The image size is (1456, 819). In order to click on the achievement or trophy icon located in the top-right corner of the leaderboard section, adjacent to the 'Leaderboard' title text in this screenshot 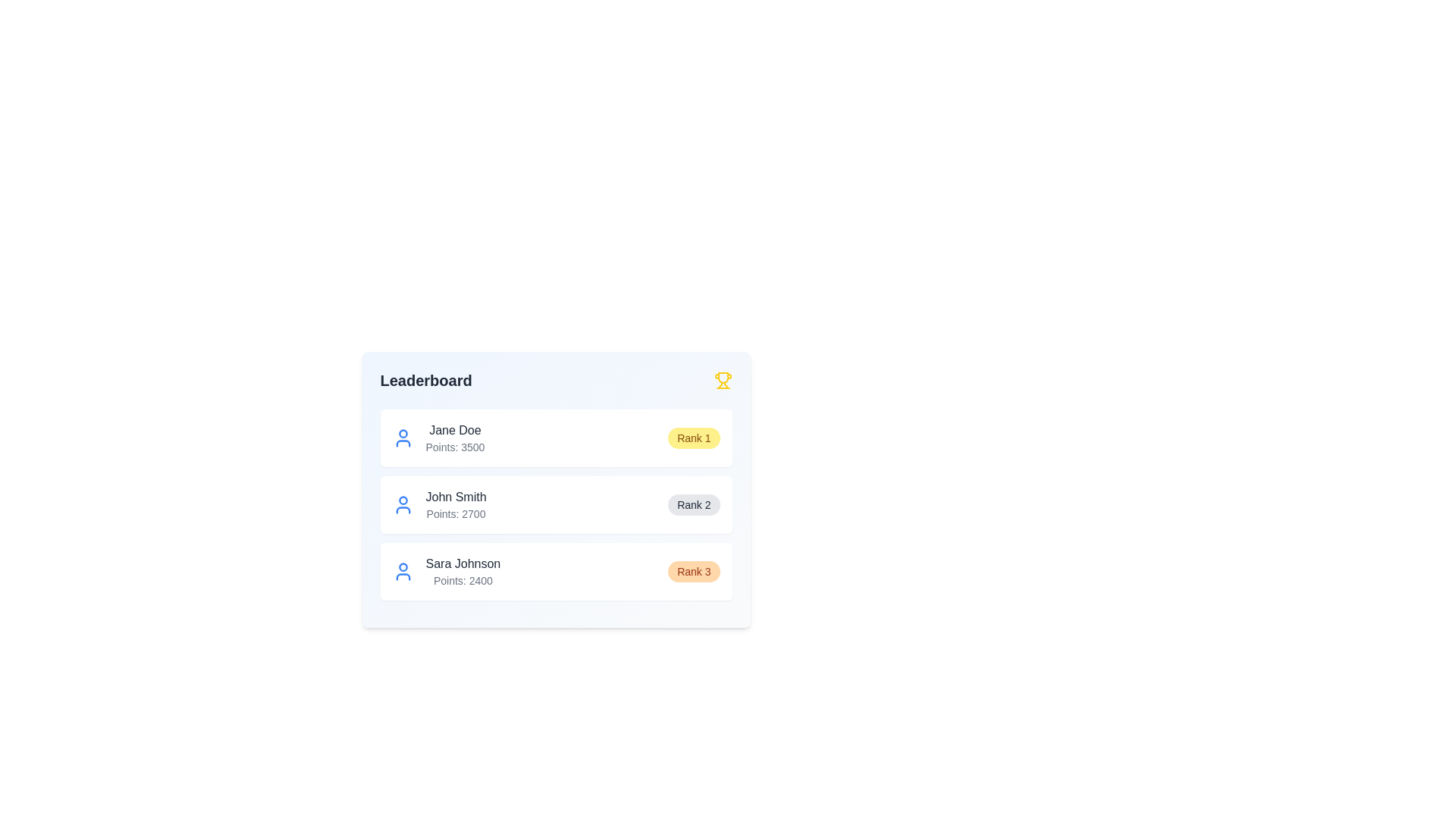, I will do `click(722, 379)`.